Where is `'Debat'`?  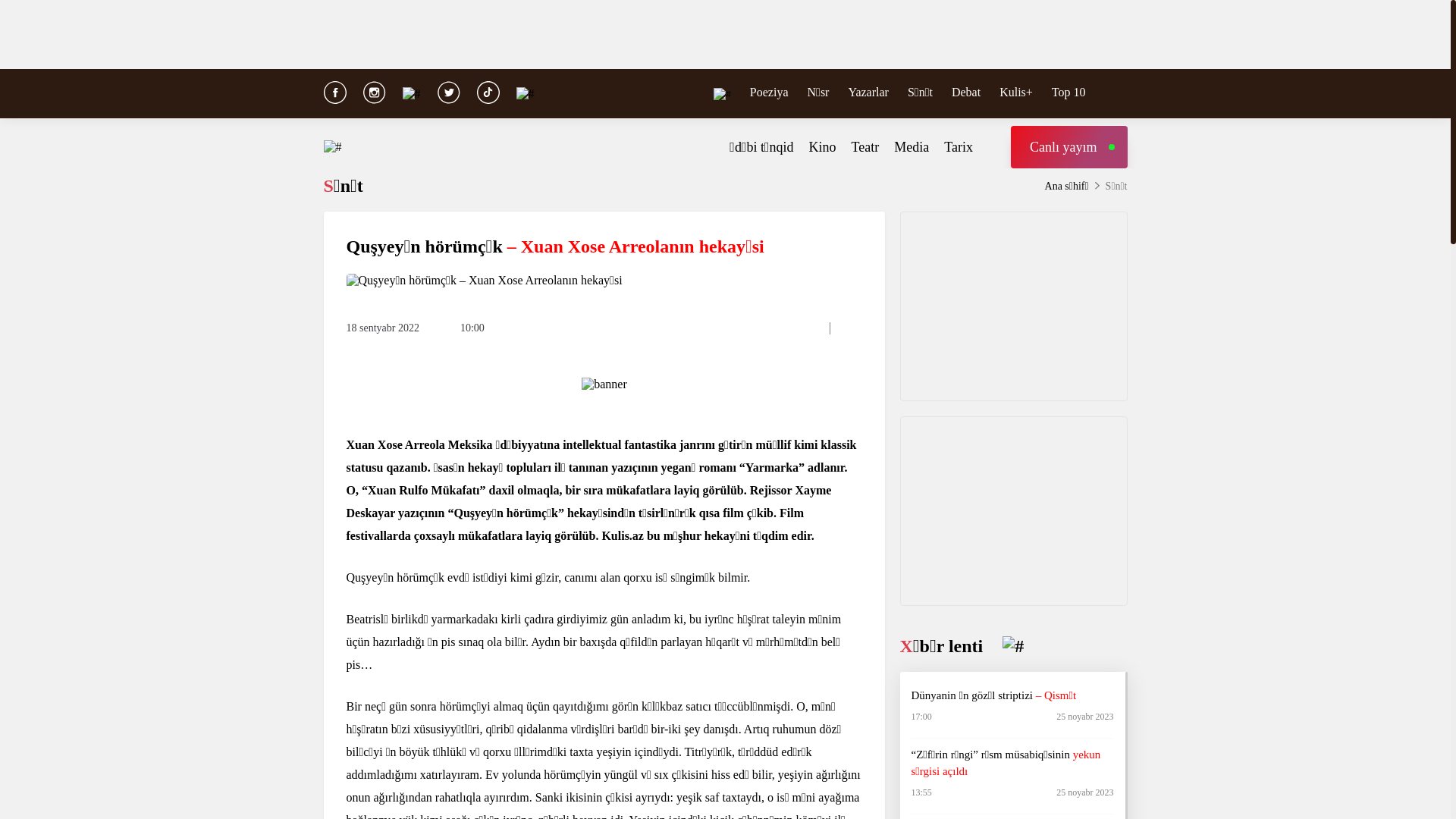 'Debat' is located at coordinates (965, 91).